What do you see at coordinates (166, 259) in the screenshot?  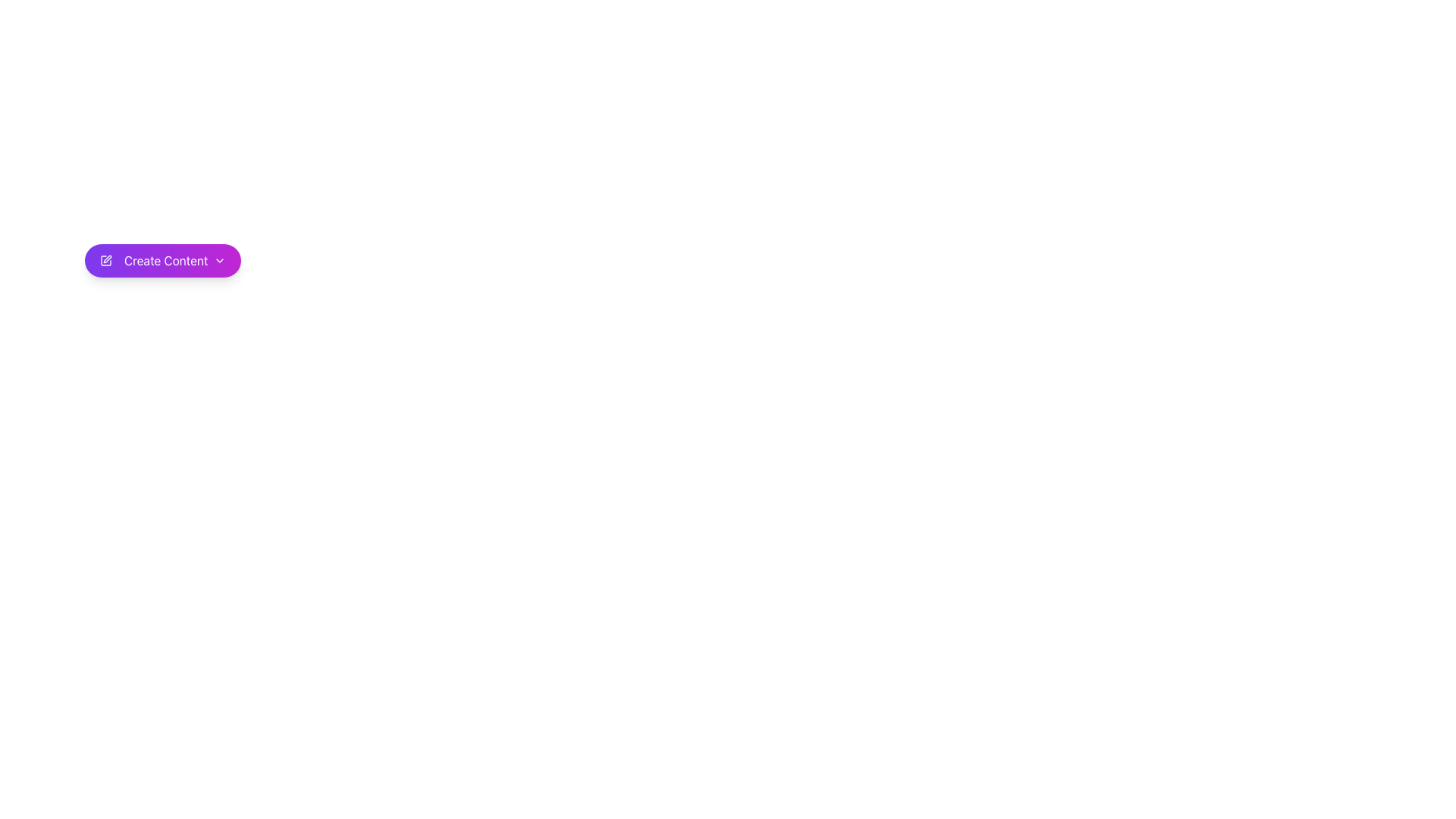 I see `the 'Create Content' text label, which is styled with a white font on a gradient purple background and located centrally within a rounded rectangular button-like component` at bounding box center [166, 259].